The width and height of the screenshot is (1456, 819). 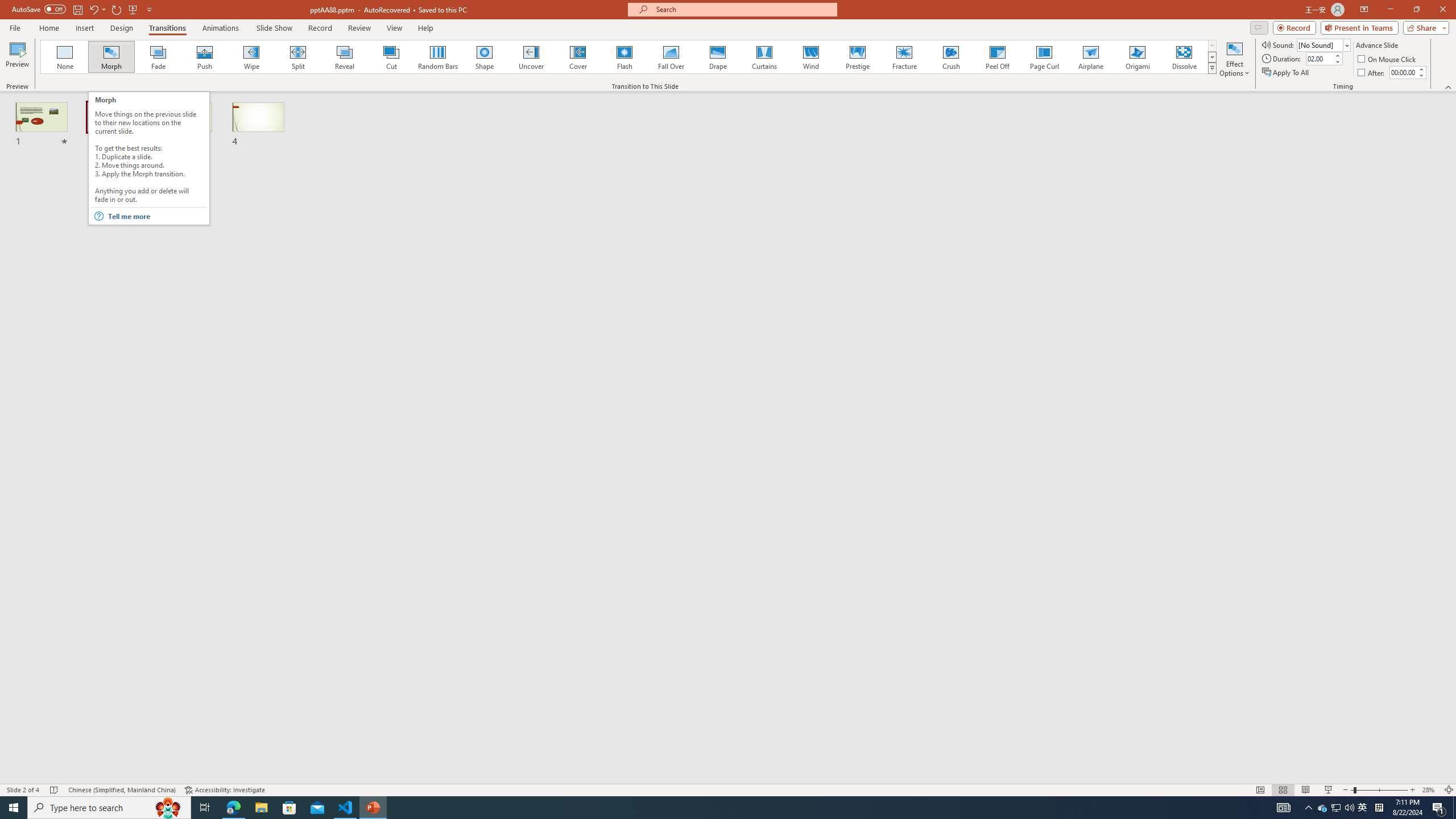 I want to click on 'Page Curl', so click(x=1043, y=56).